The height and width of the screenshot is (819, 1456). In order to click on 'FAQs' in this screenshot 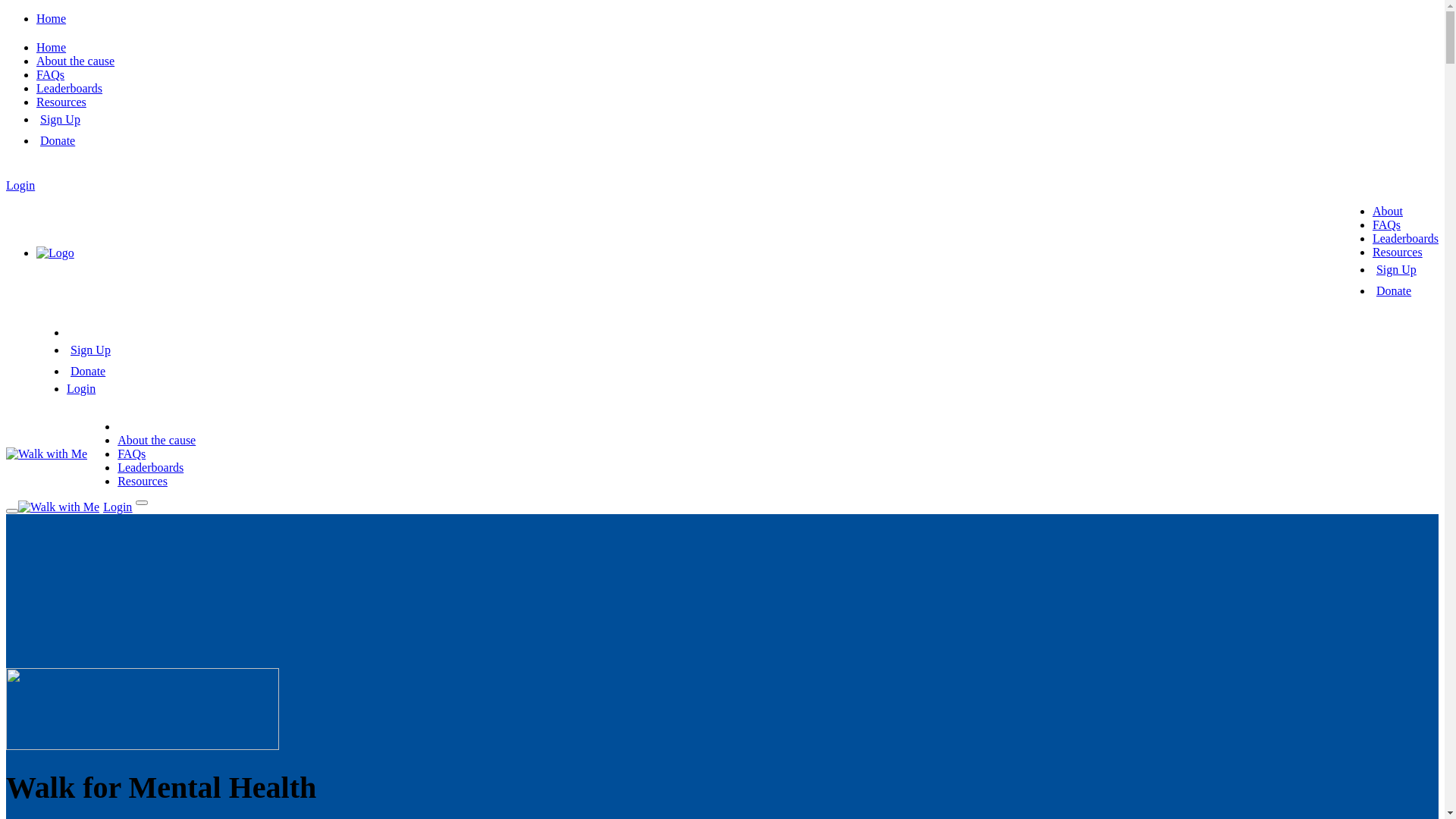, I will do `click(1372, 224)`.